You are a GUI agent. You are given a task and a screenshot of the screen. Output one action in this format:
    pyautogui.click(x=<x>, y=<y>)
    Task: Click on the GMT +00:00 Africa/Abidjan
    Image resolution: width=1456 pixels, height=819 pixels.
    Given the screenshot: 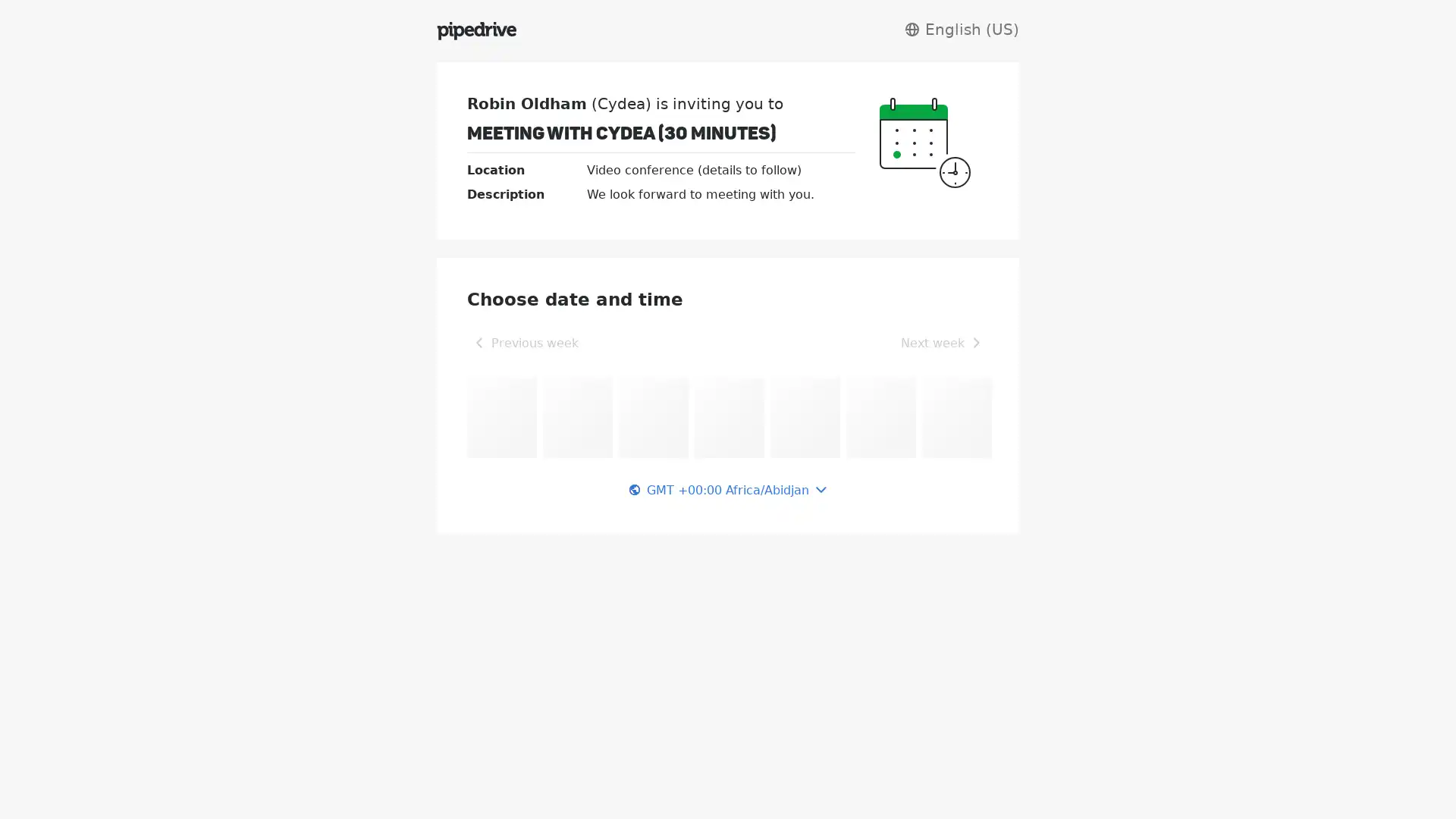 What is the action you would take?
    pyautogui.click(x=728, y=488)
    